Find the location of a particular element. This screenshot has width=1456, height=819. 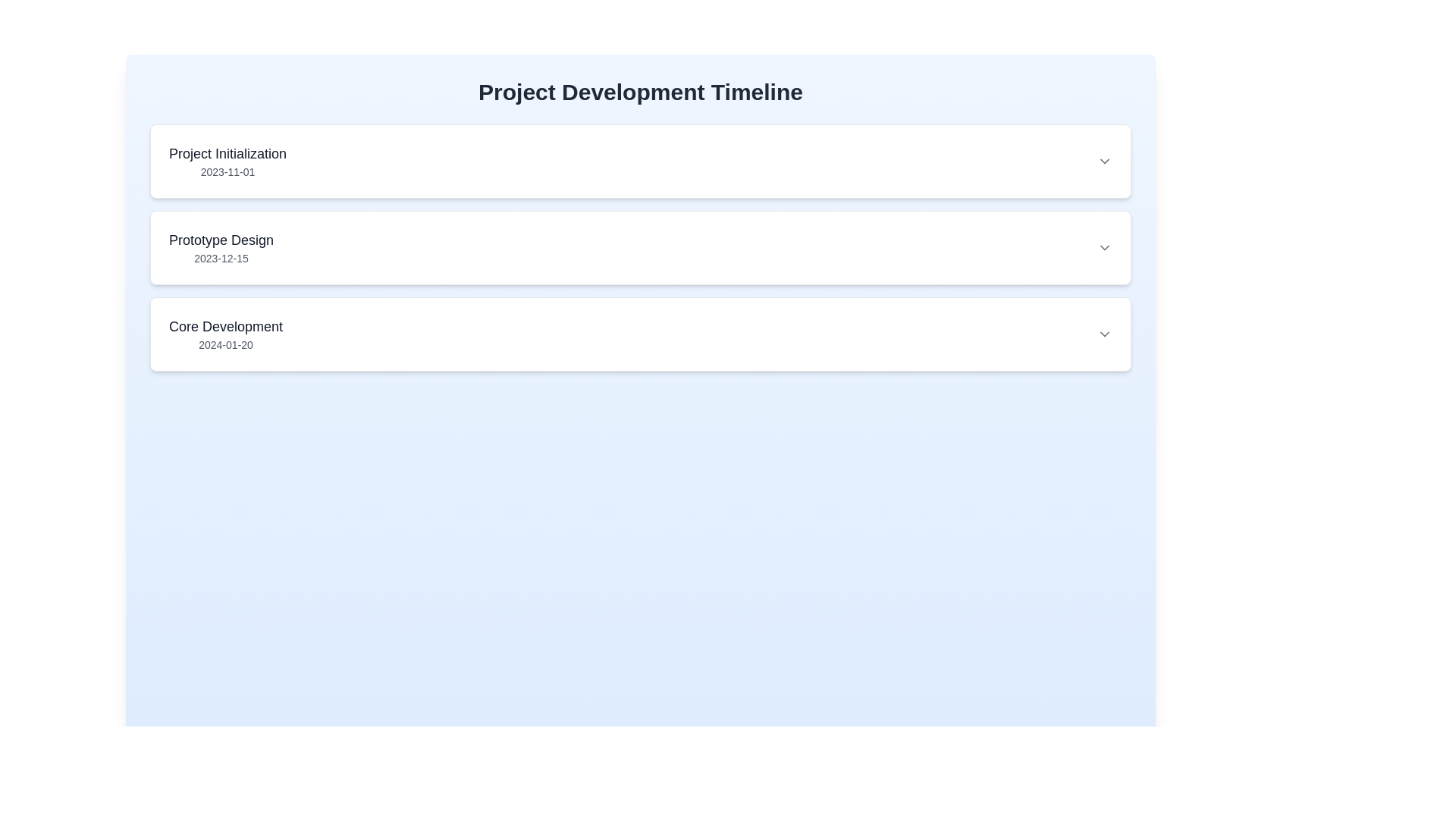

the second list item titled 'Prototype Design' is located at coordinates (640, 247).